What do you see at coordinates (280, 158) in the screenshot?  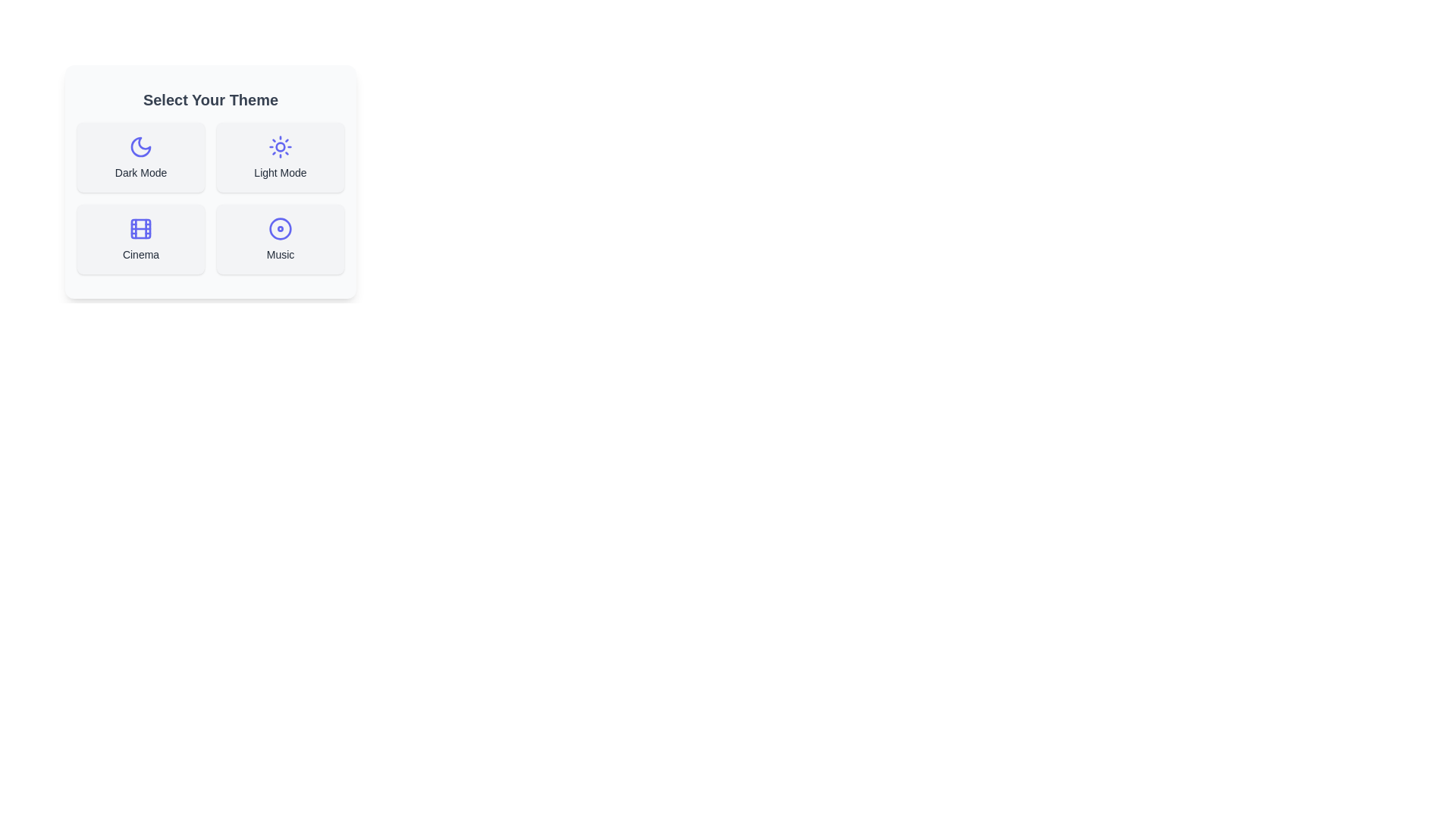 I see `the 'Light Mode' button, which is a rectangular box with rounded corners and an indigo sun icon above the text label` at bounding box center [280, 158].